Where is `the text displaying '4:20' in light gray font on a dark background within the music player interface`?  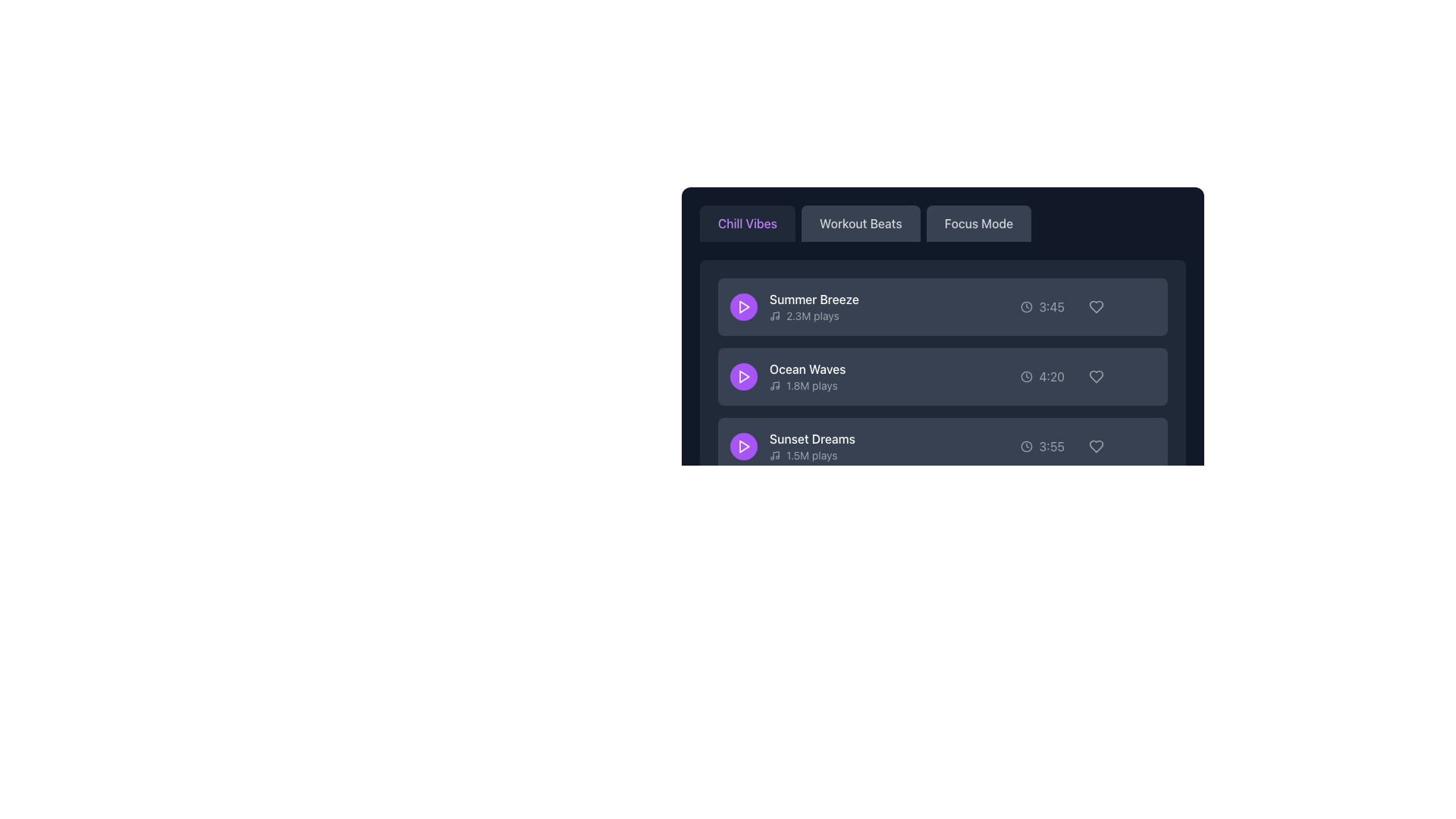
the text displaying '4:20' in light gray font on a dark background within the music player interface is located at coordinates (1051, 376).